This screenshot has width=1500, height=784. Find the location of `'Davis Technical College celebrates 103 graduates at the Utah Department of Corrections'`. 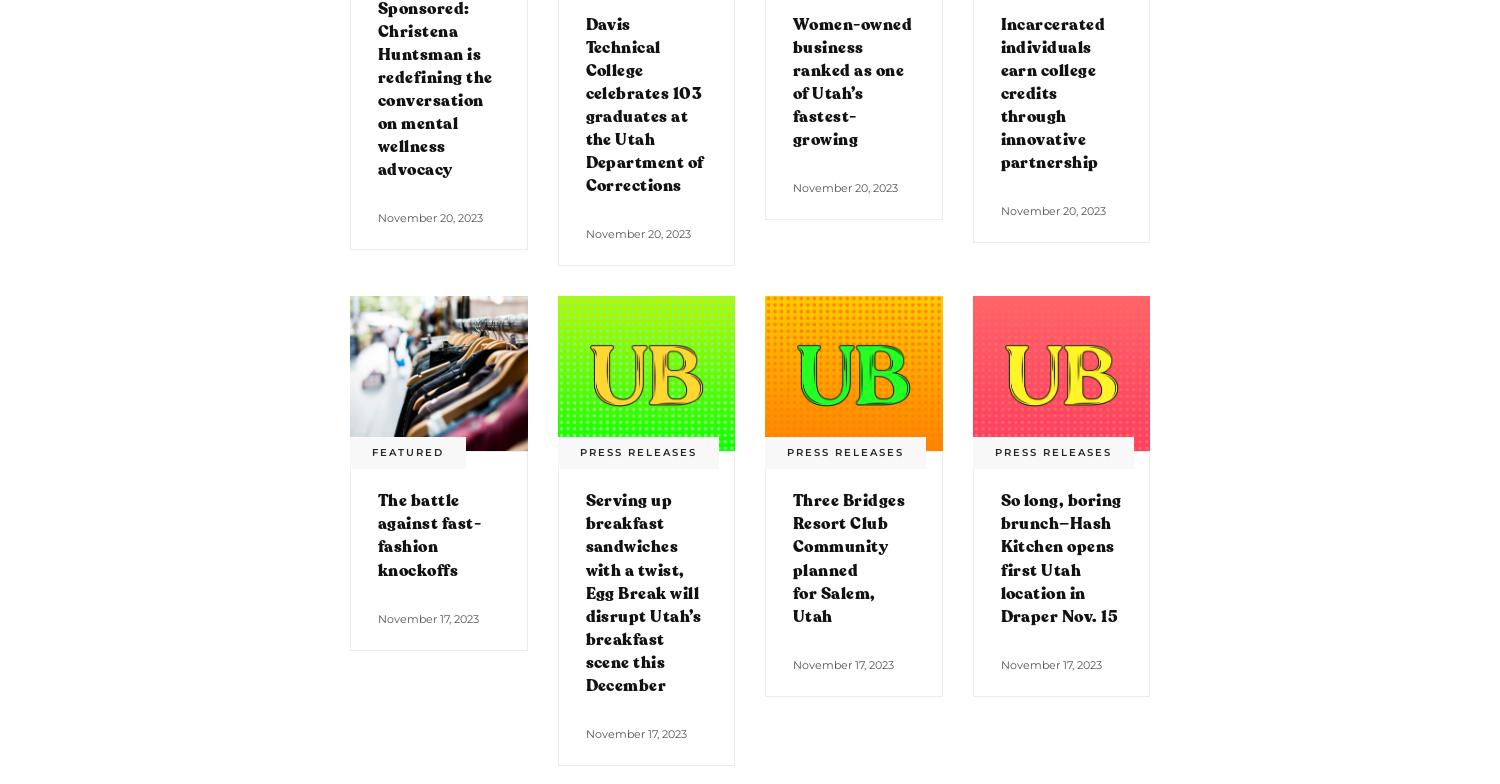

'Davis Technical College celebrates 103 graduates at the Utah Department of Corrections' is located at coordinates (643, 104).